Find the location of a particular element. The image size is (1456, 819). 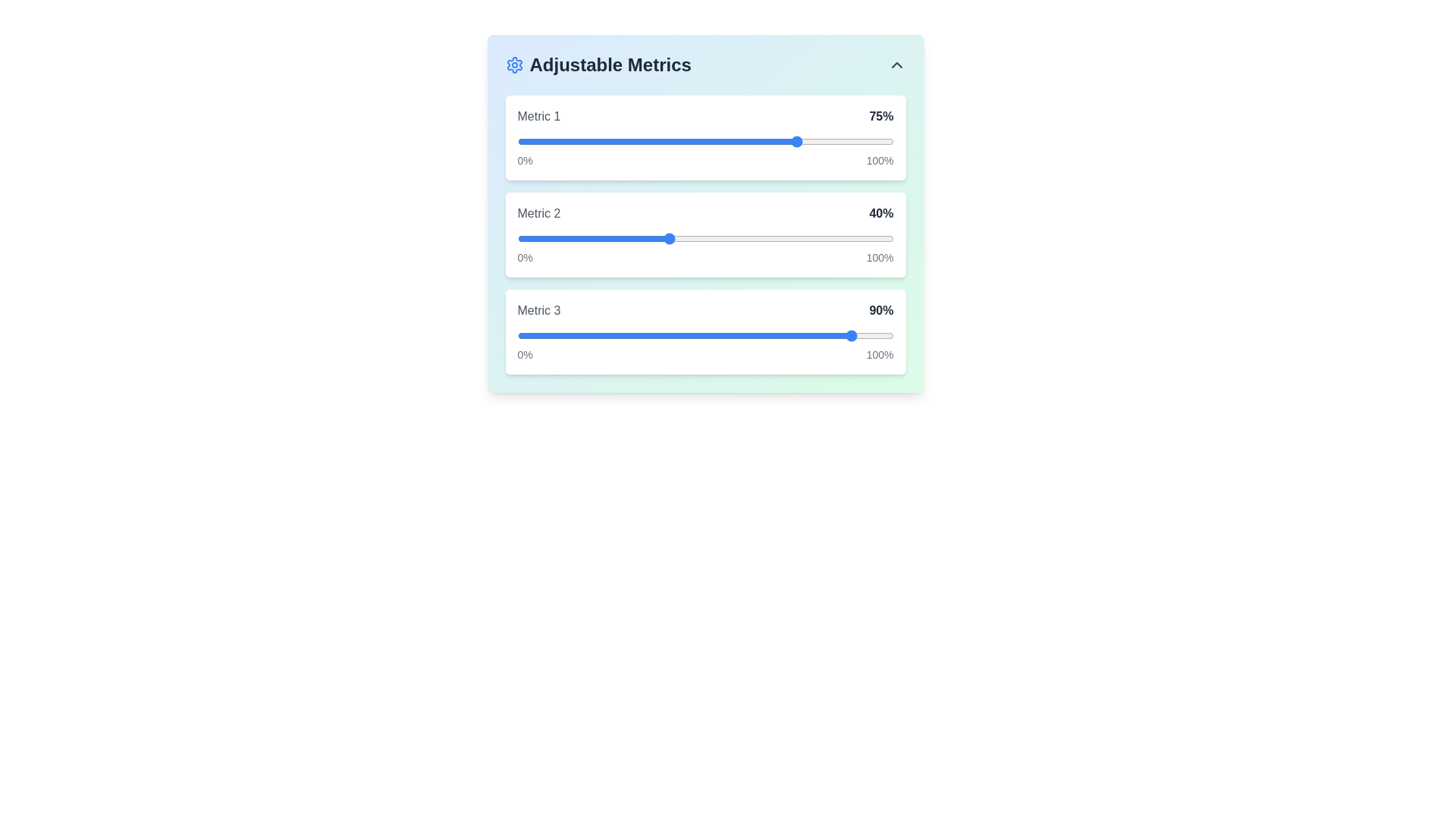

Metric 2 value is located at coordinates (573, 239).